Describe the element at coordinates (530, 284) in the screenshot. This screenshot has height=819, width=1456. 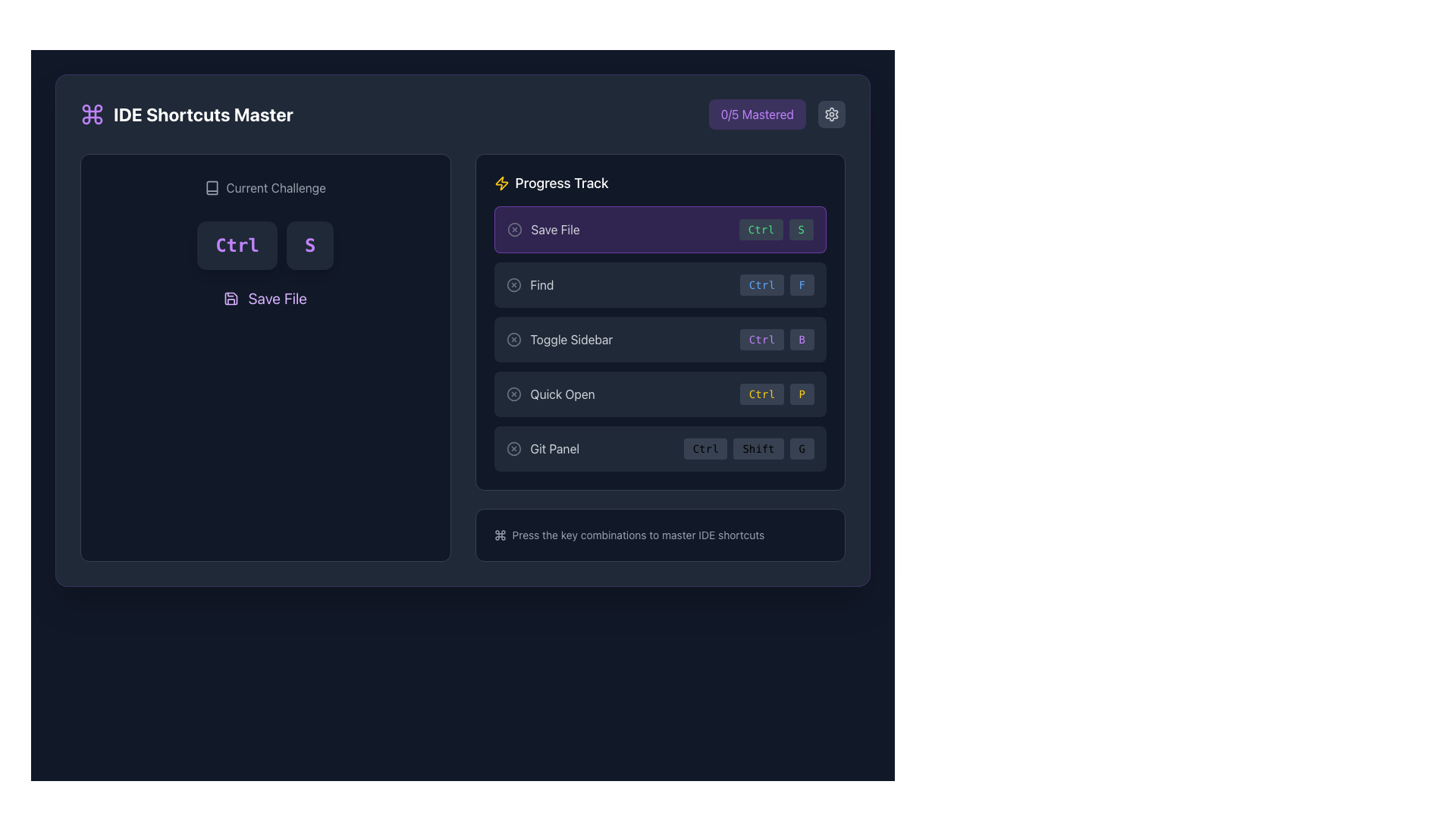
I see `the 'Find' label with the associated icon, which is styled in gray and located in the second row of the 'Progress Track' panel on the right side of the interface` at that location.